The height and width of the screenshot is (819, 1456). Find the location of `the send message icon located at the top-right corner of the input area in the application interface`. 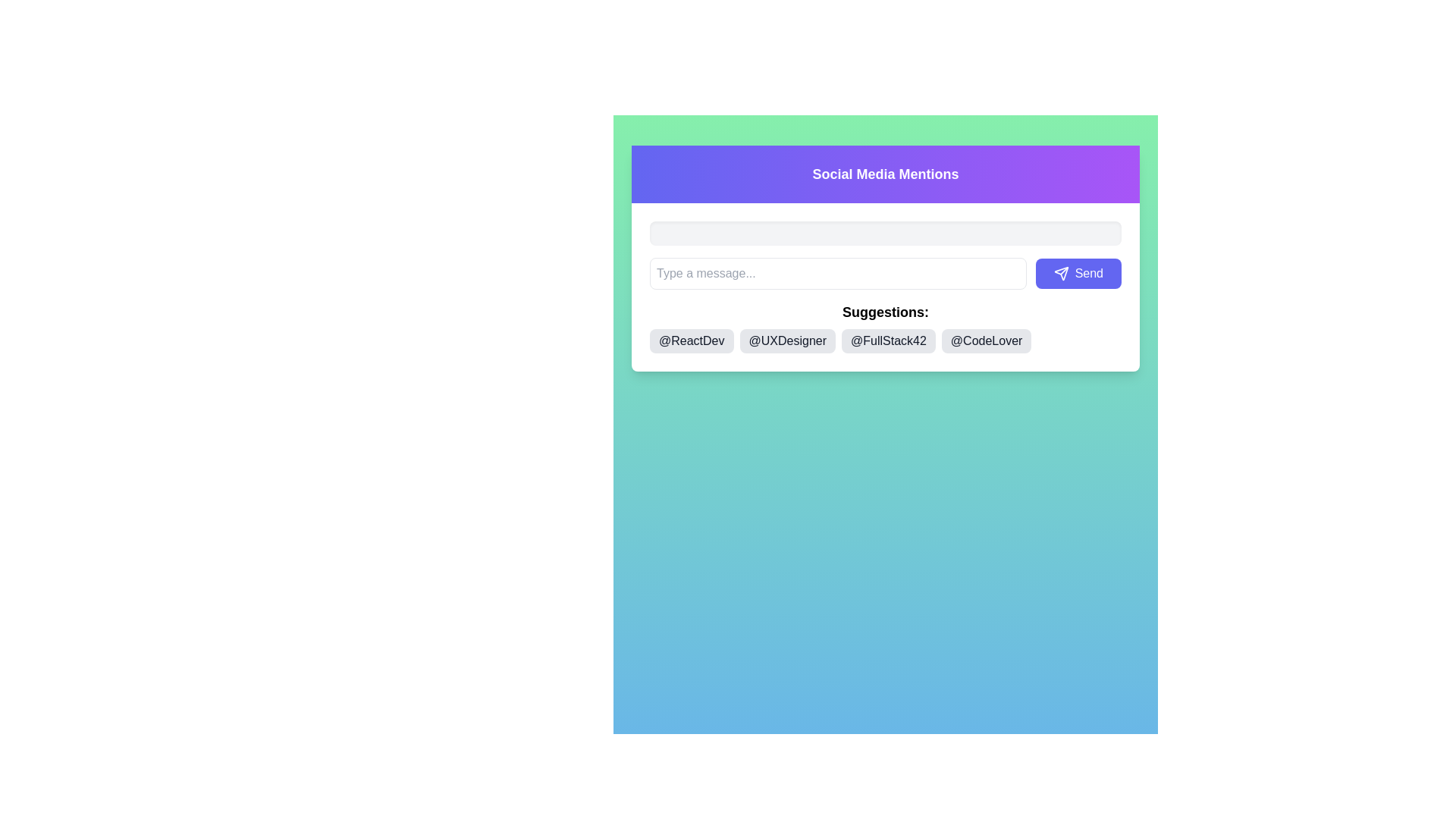

the send message icon located at the top-right corner of the input area in the application interface is located at coordinates (1060, 274).